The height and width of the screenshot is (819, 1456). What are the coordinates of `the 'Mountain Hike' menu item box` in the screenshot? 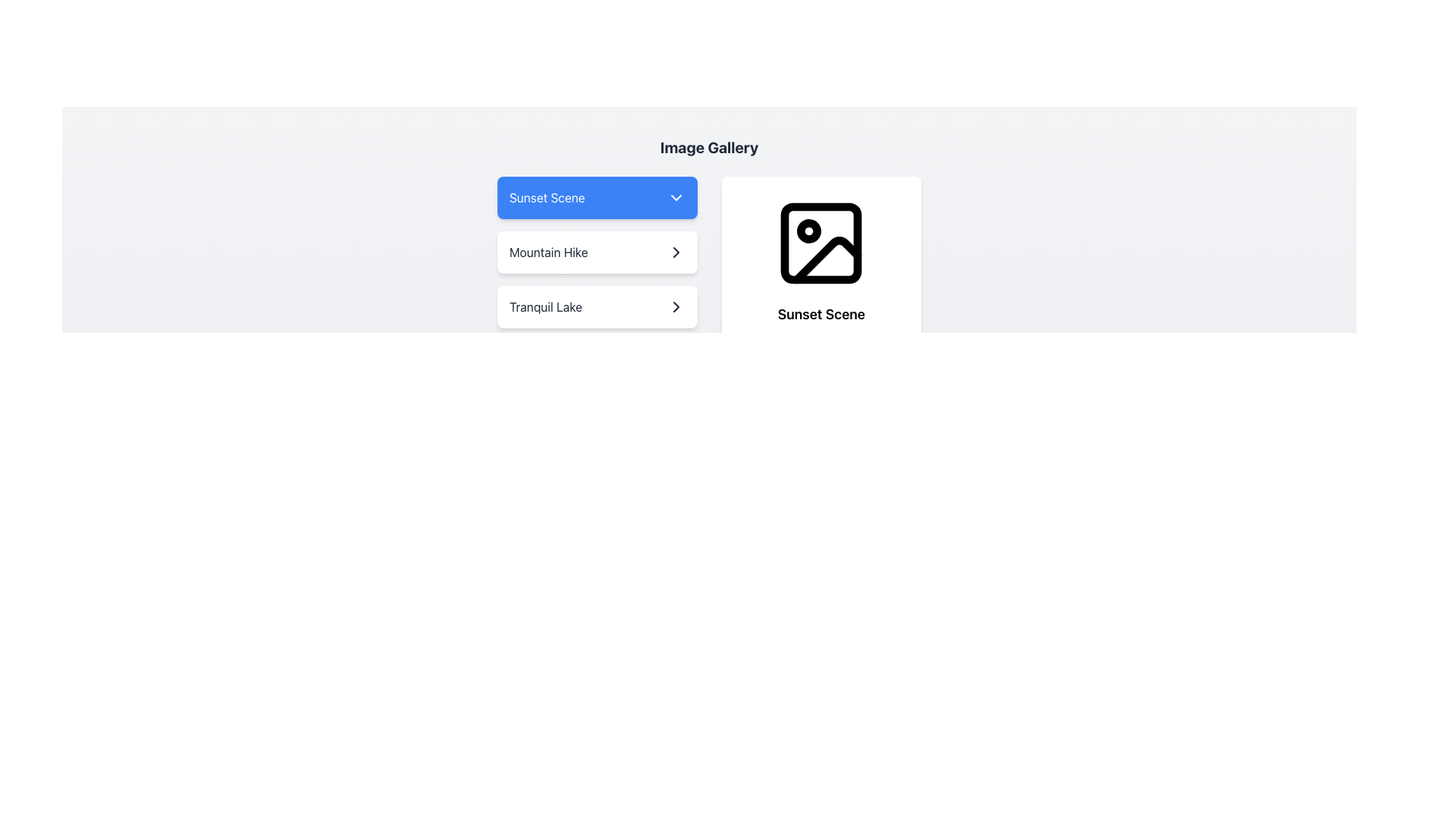 It's located at (596, 271).